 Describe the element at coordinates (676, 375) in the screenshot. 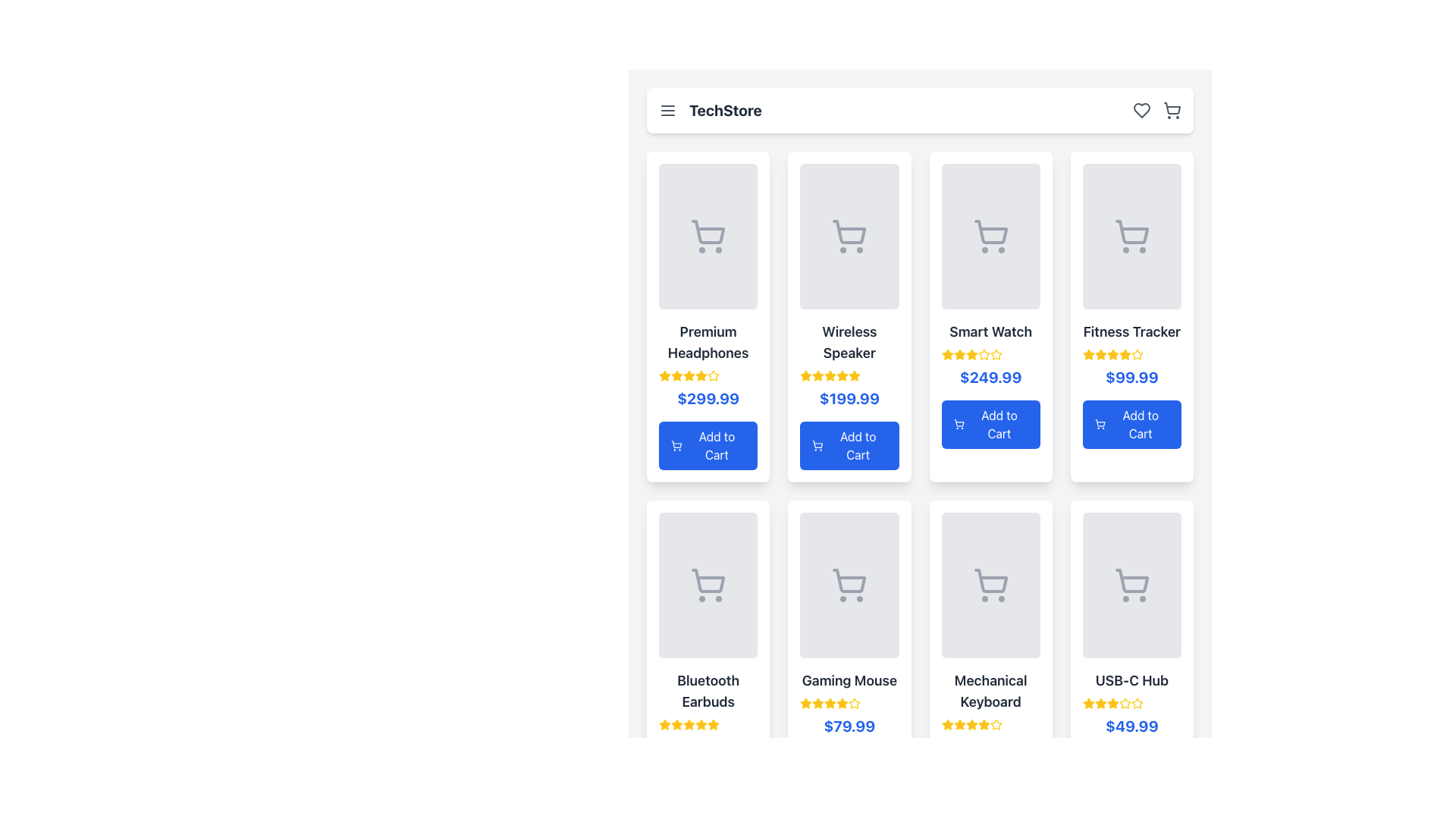

I see `the third star icon in the rating system for the 'Premium Headphones' product` at that location.